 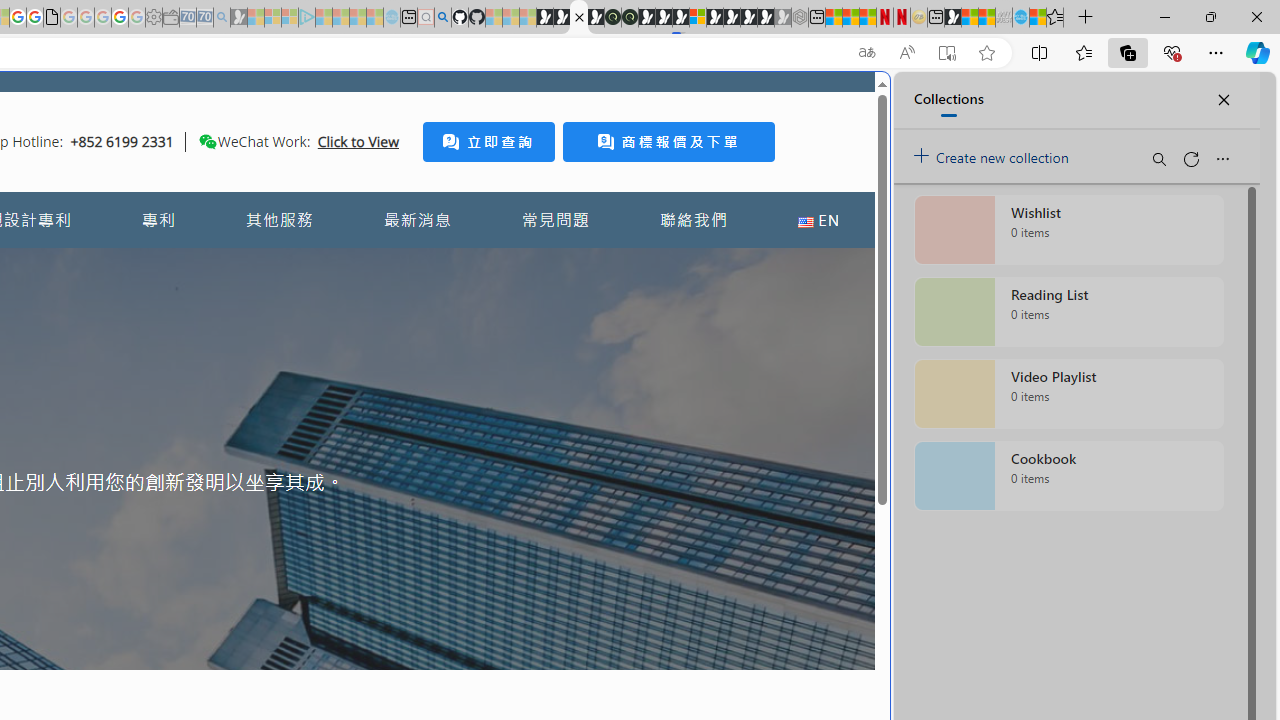 I want to click on 'Class: desktop', so click(x=207, y=140).